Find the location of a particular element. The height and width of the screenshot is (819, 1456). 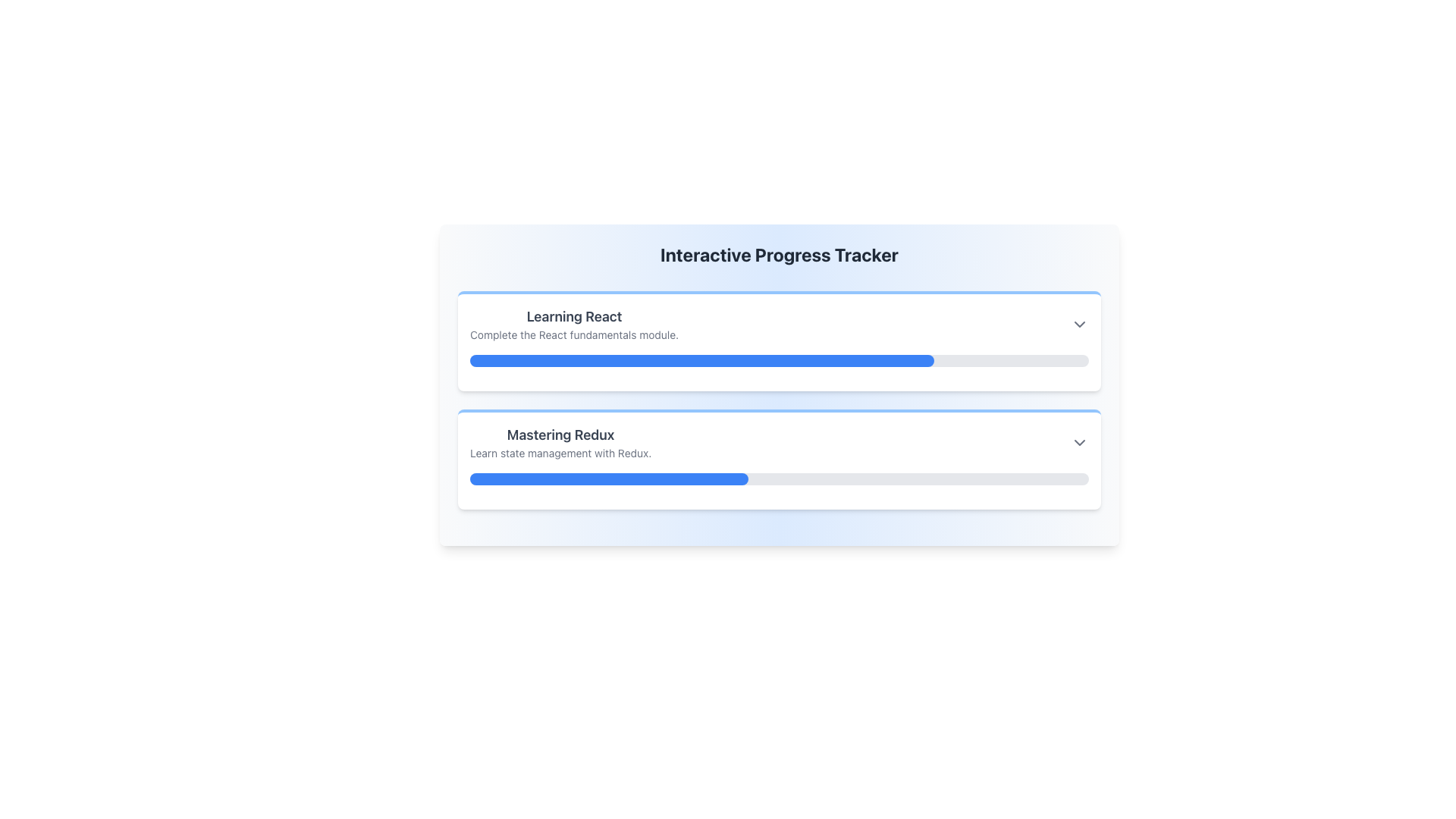

the horizontal progress bar located at the bottom of the card with the heading 'Learning React'. It is filled with blue, indicating 75% completion is located at coordinates (779, 360).